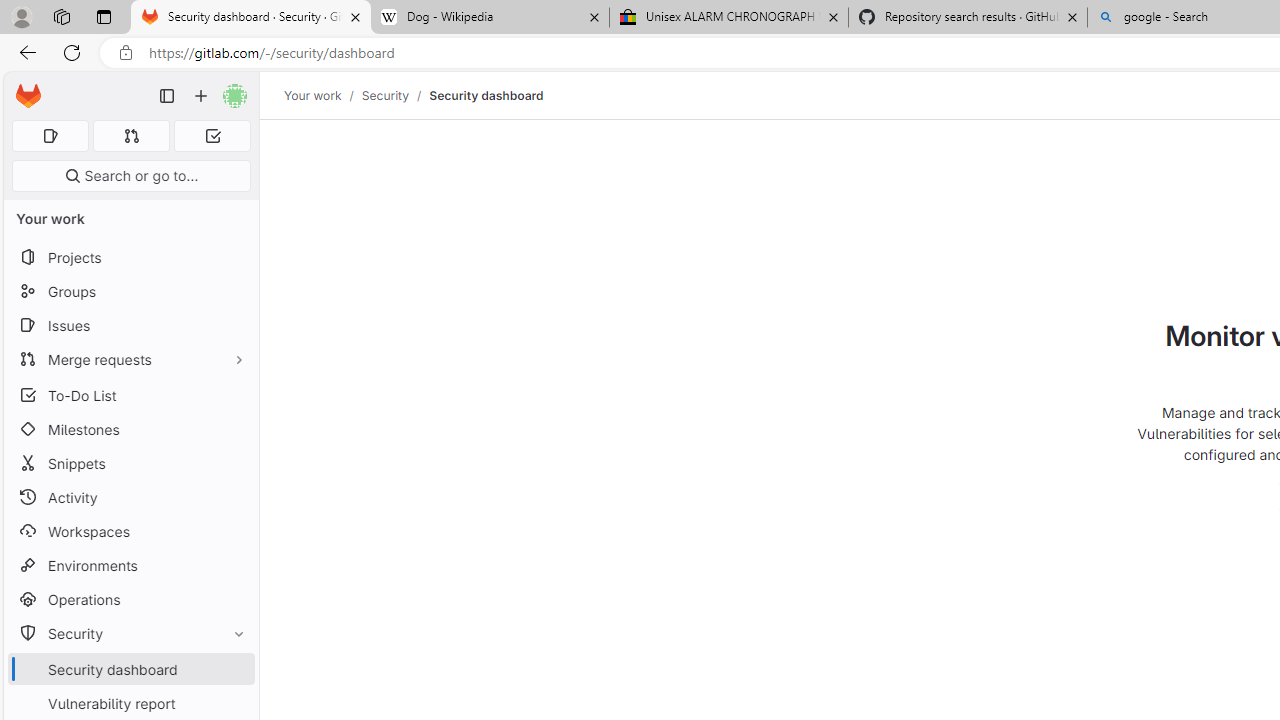 The width and height of the screenshot is (1280, 720). Describe the element at coordinates (311, 95) in the screenshot. I see `'Your work'` at that location.